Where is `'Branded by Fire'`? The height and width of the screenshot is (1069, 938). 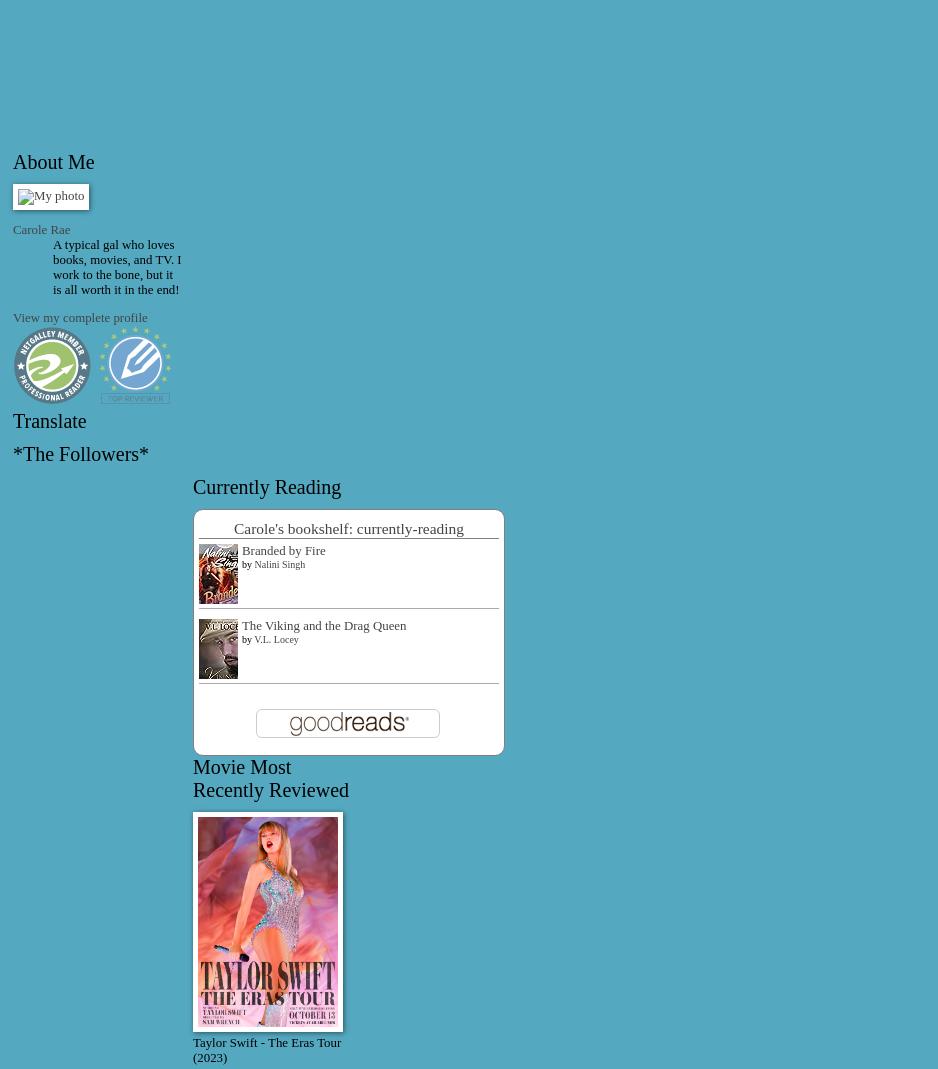 'Branded by Fire' is located at coordinates (283, 550).